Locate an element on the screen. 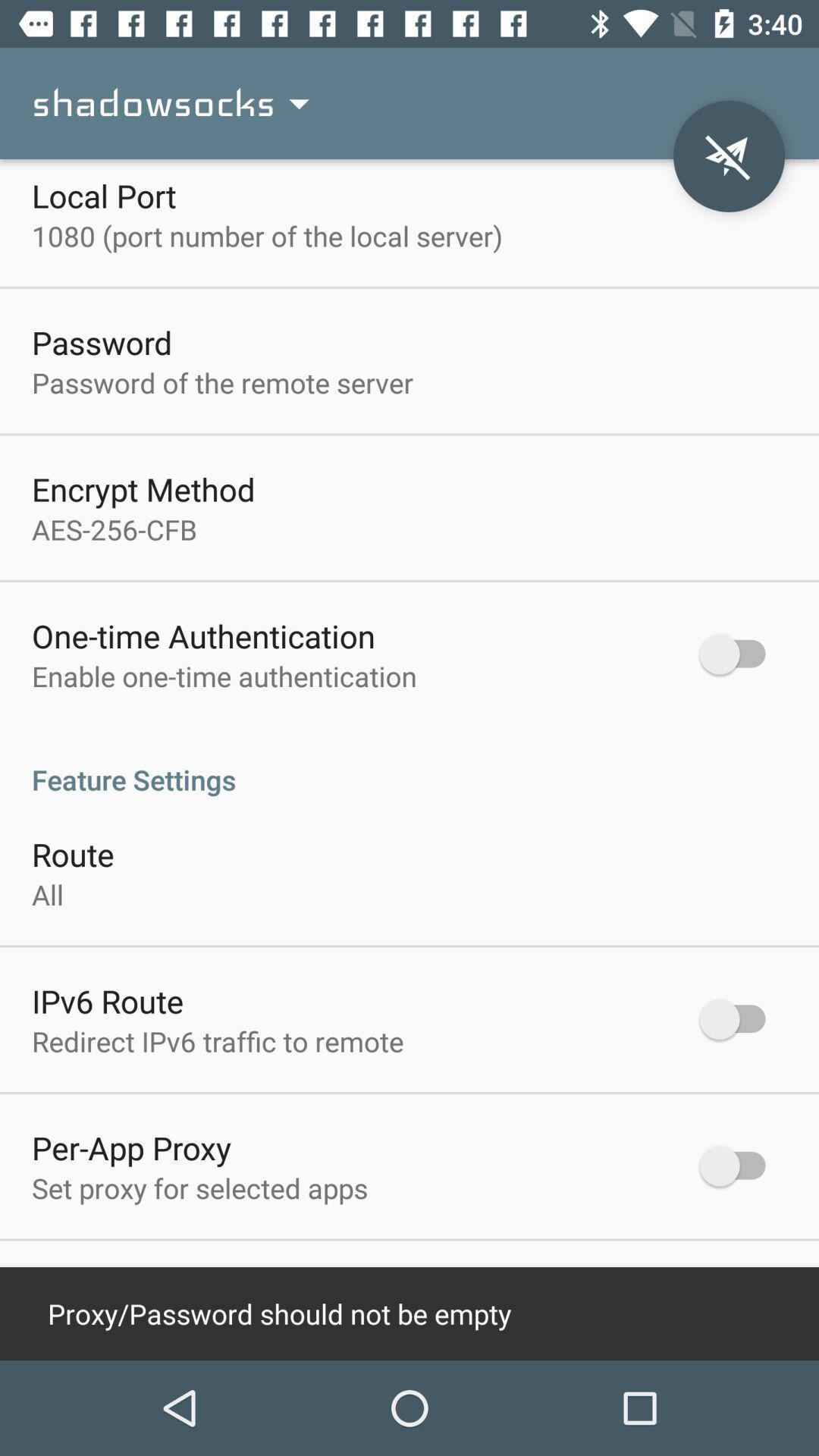  the send icon is located at coordinates (728, 156).